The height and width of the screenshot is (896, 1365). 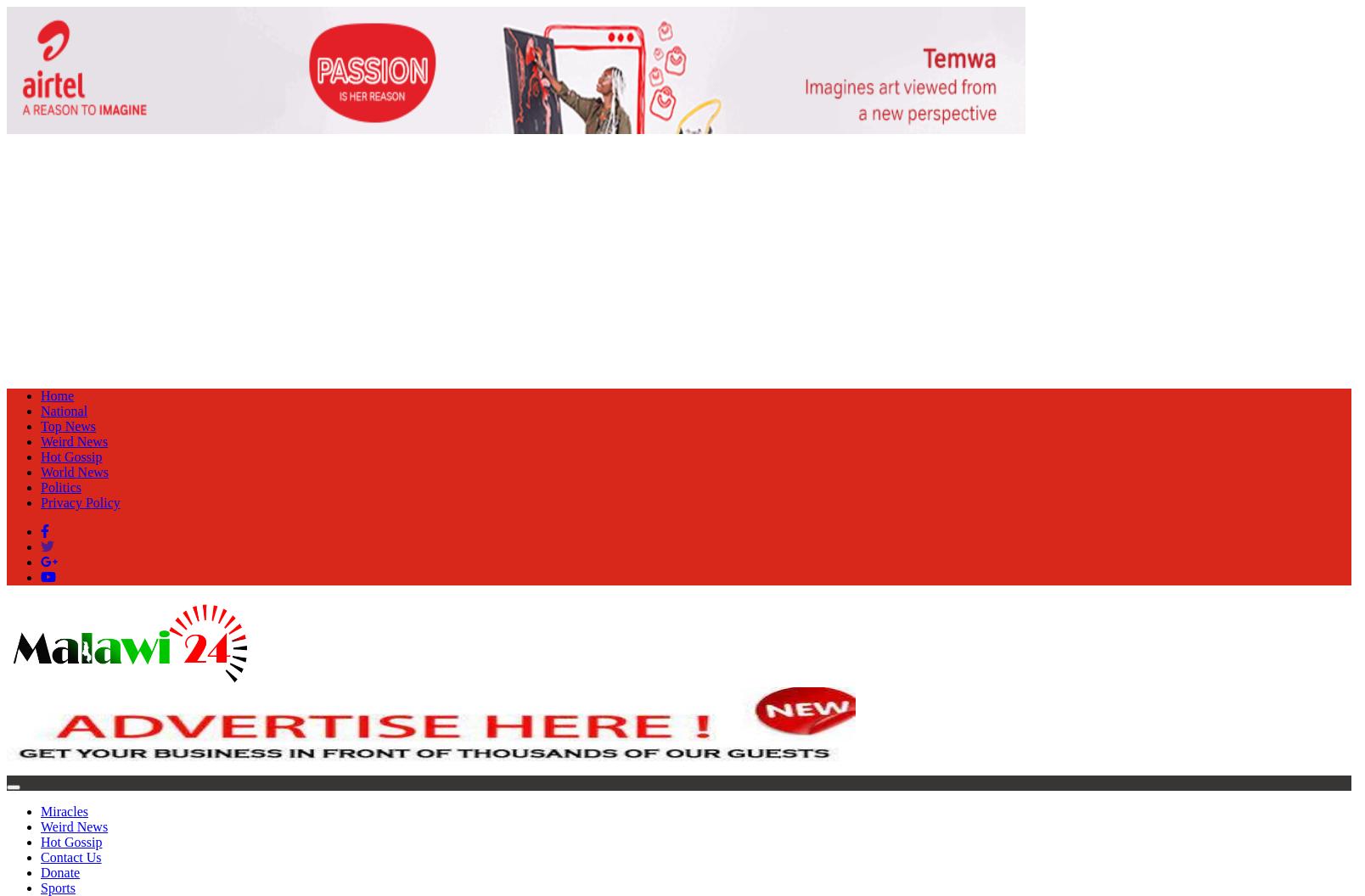 I want to click on 'Top News', so click(x=68, y=425).